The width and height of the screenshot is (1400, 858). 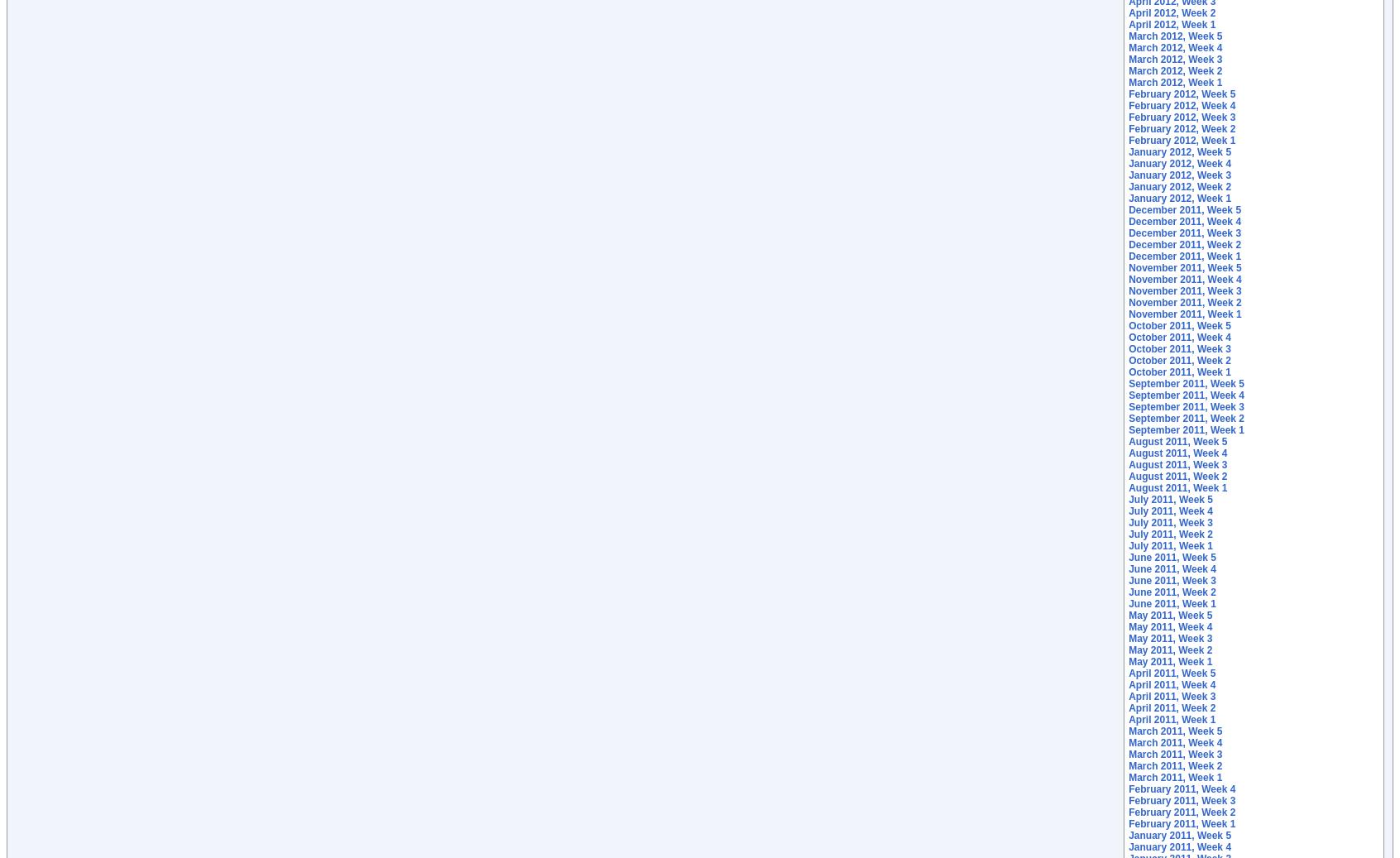 I want to click on 'April 2011, Week 1', so click(x=1171, y=720).